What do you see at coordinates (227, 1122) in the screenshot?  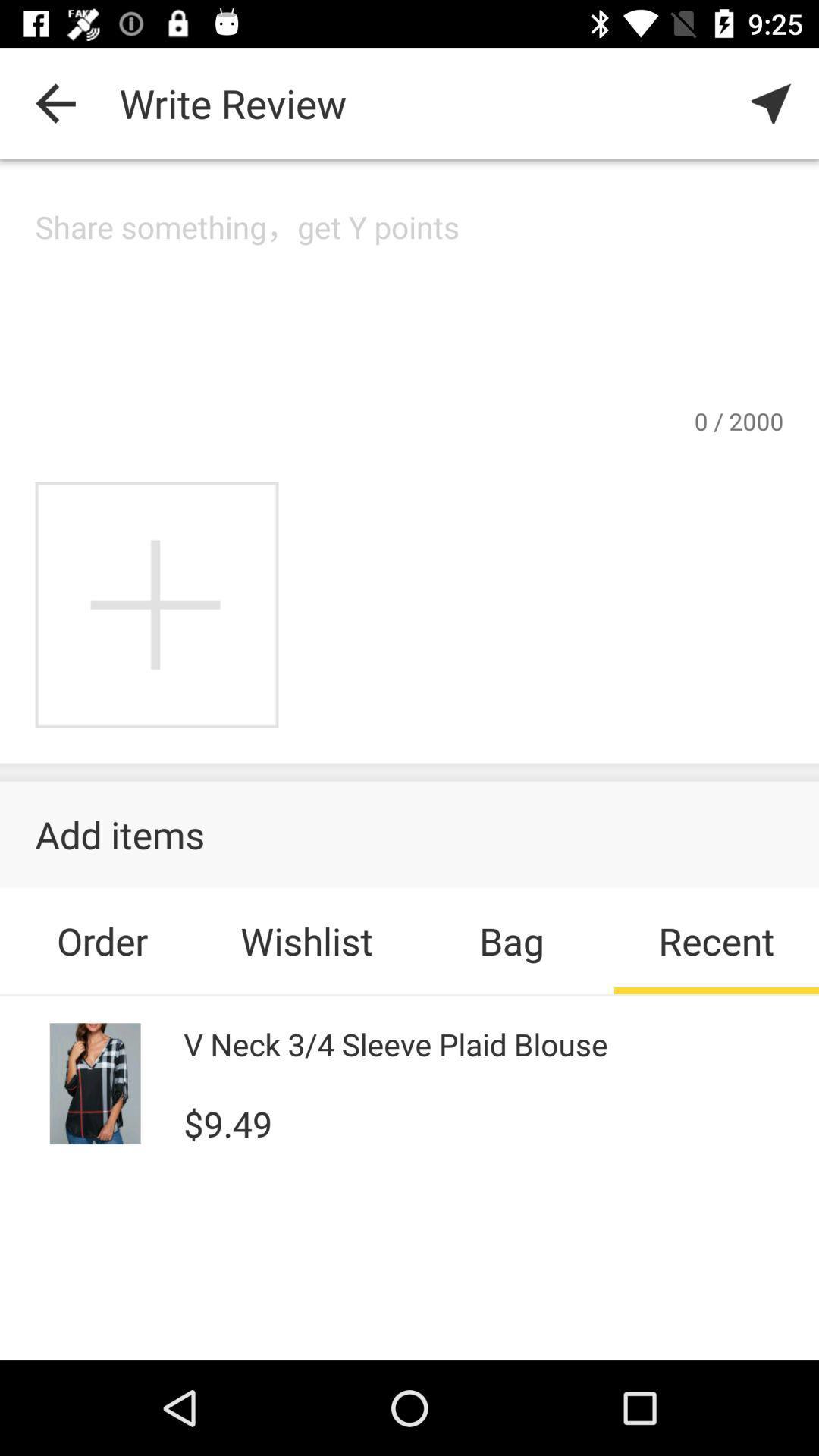 I see `the item below v neck 3 icon` at bounding box center [227, 1122].